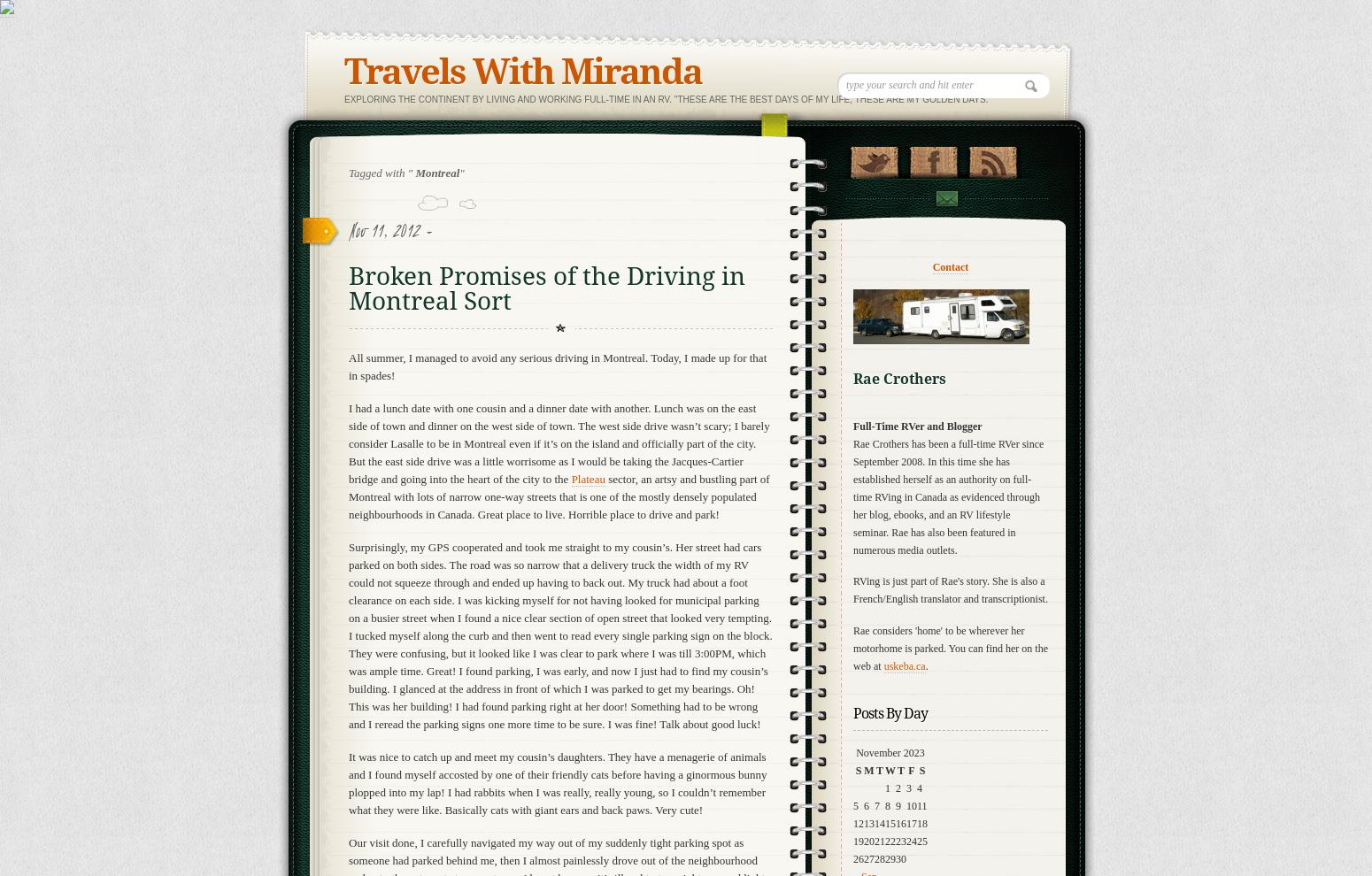 Image resolution: width=1372 pixels, height=876 pixels. What do you see at coordinates (899, 377) in the screenshot?
I see `'Rae Crothers'` at bounding box center [899, 377].